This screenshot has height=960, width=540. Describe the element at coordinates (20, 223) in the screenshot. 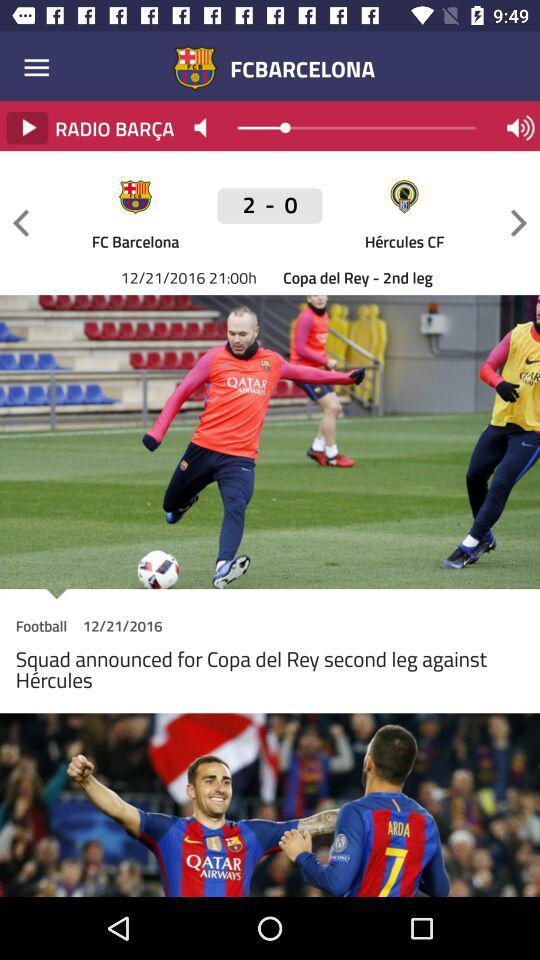

I see `previous` at that location.